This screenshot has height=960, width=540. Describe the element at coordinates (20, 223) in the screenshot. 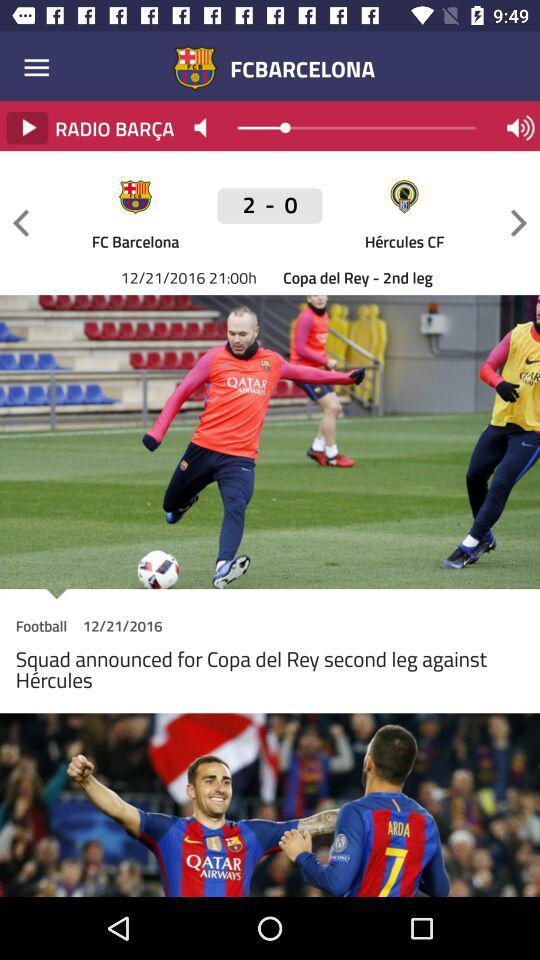

I see `previous` at that location.